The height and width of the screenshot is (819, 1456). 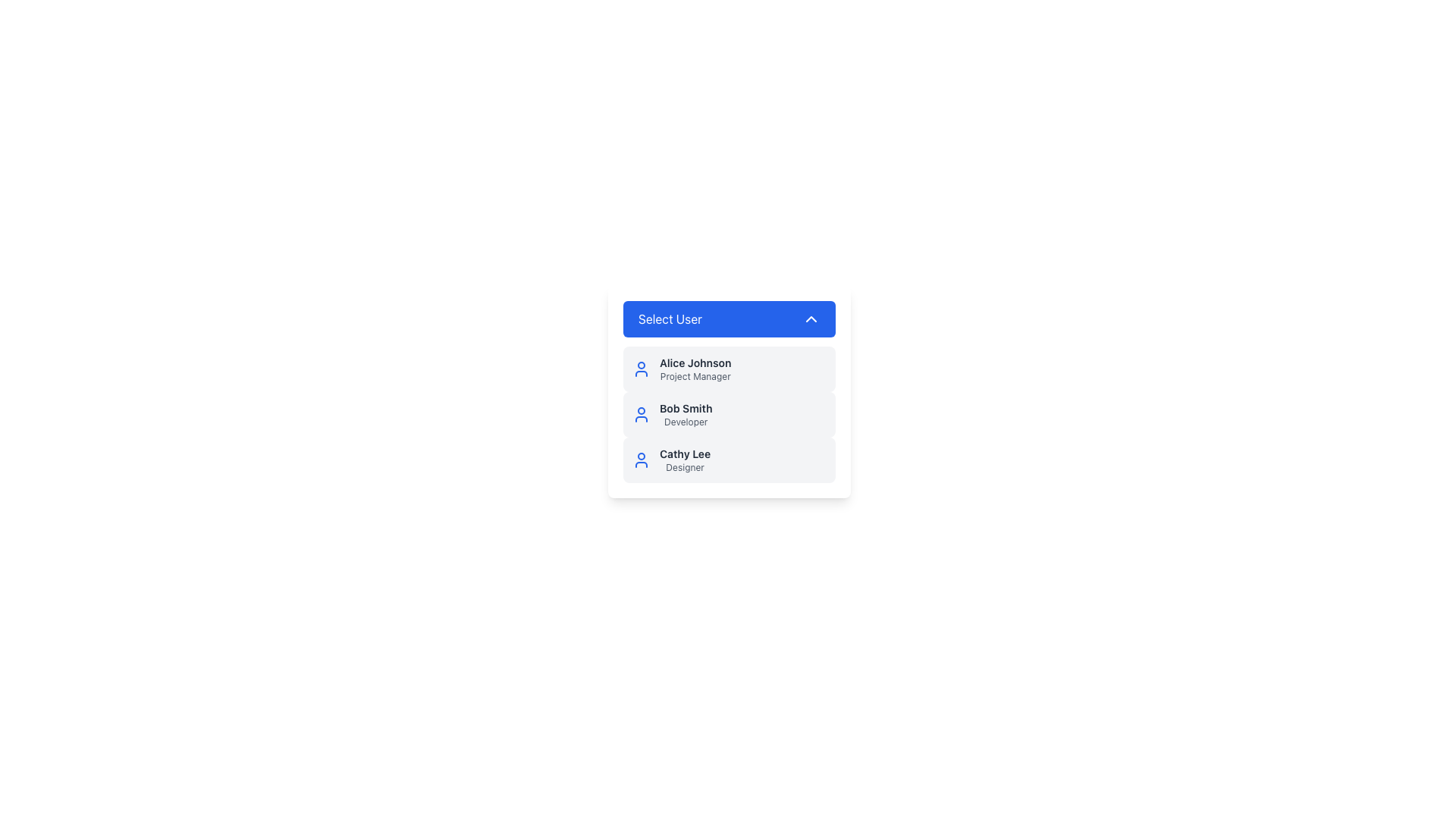 I want to click on the selectable option for user Alice Johnson in the first row of the user selection dropdown list, so click(x=695, y=369).